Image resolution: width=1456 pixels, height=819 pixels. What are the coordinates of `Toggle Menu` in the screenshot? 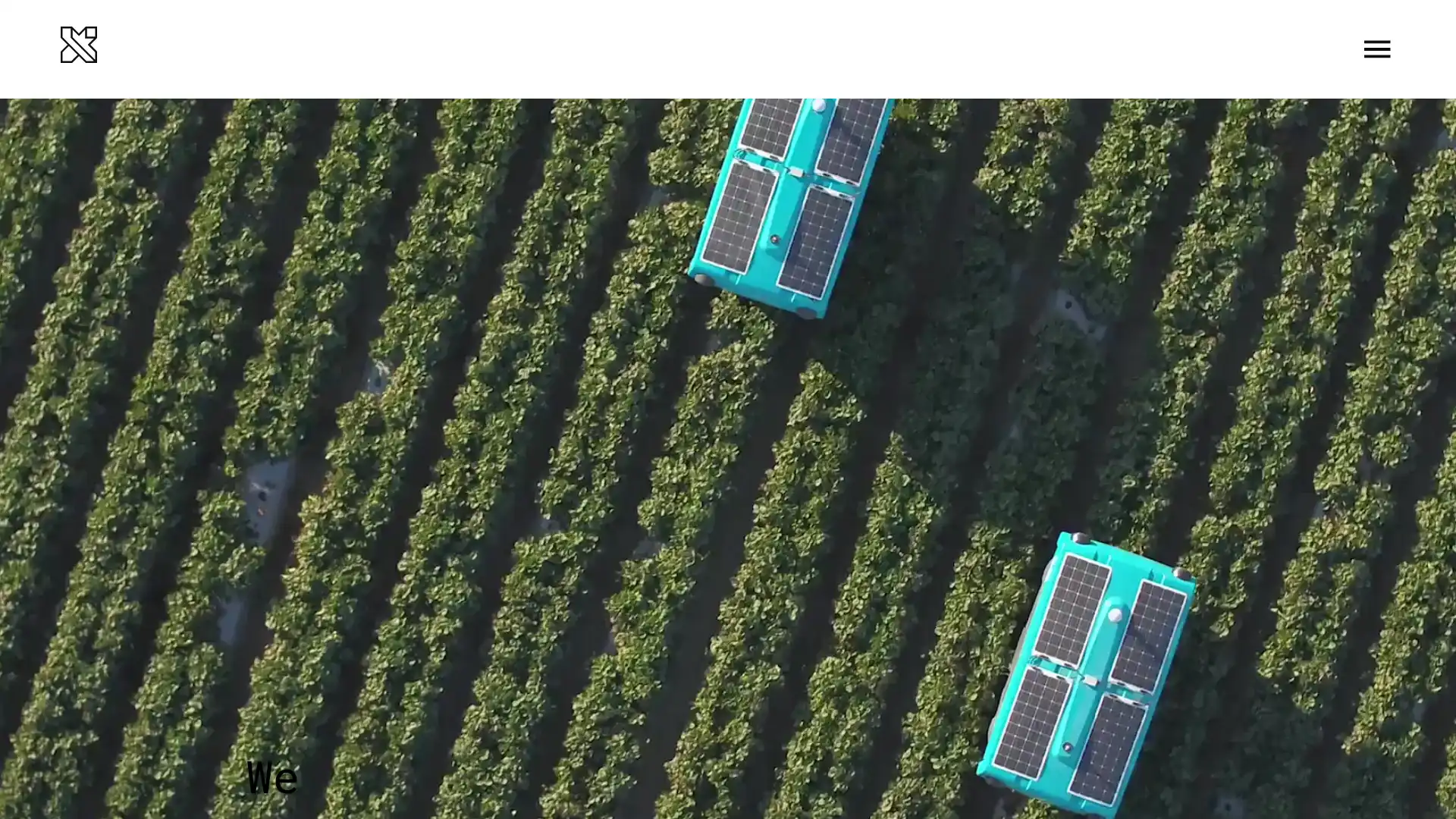 It's located at (1376, 49).